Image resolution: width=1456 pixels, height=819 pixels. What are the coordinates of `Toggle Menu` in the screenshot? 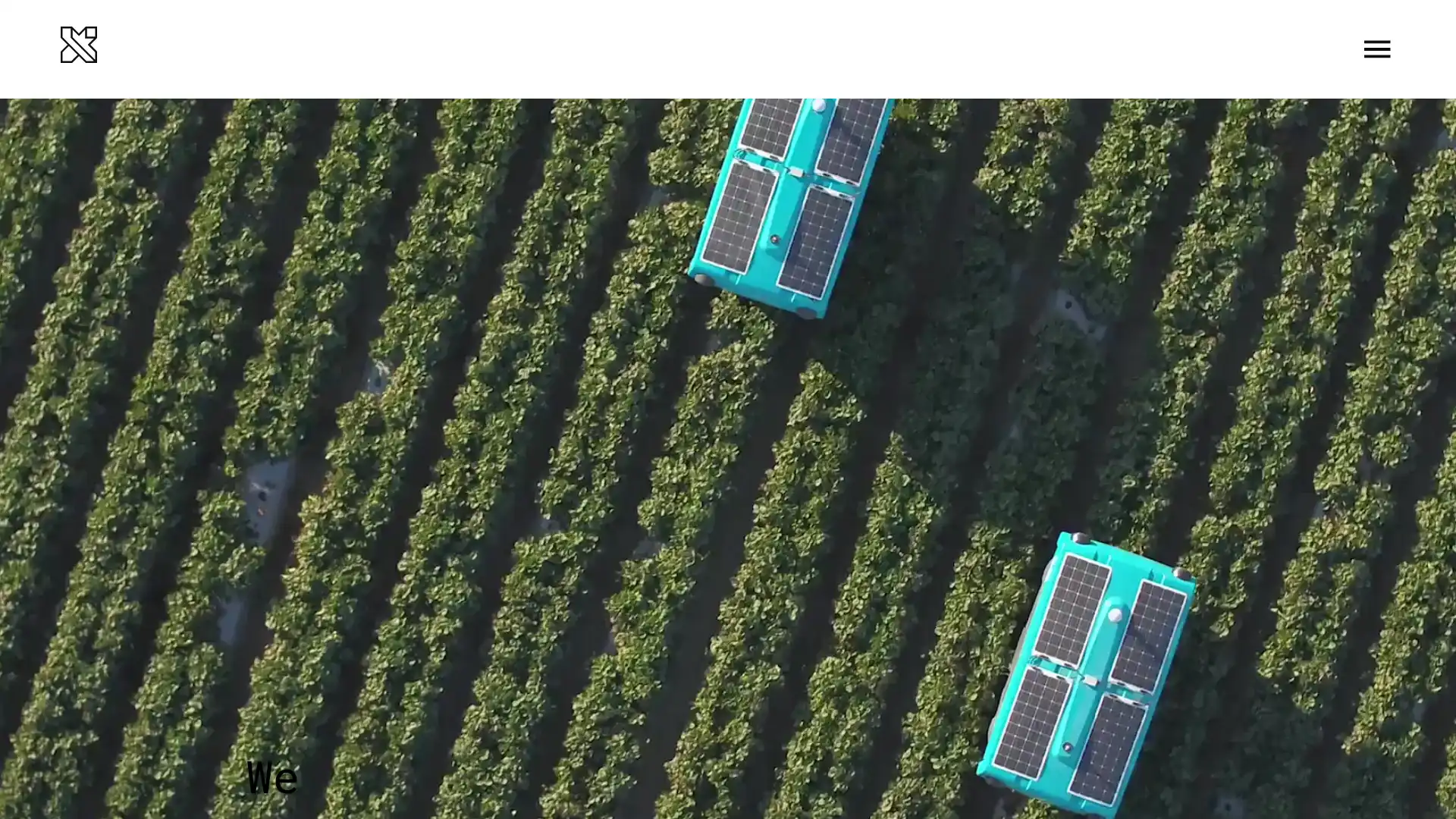 It's located at (1376, 49).